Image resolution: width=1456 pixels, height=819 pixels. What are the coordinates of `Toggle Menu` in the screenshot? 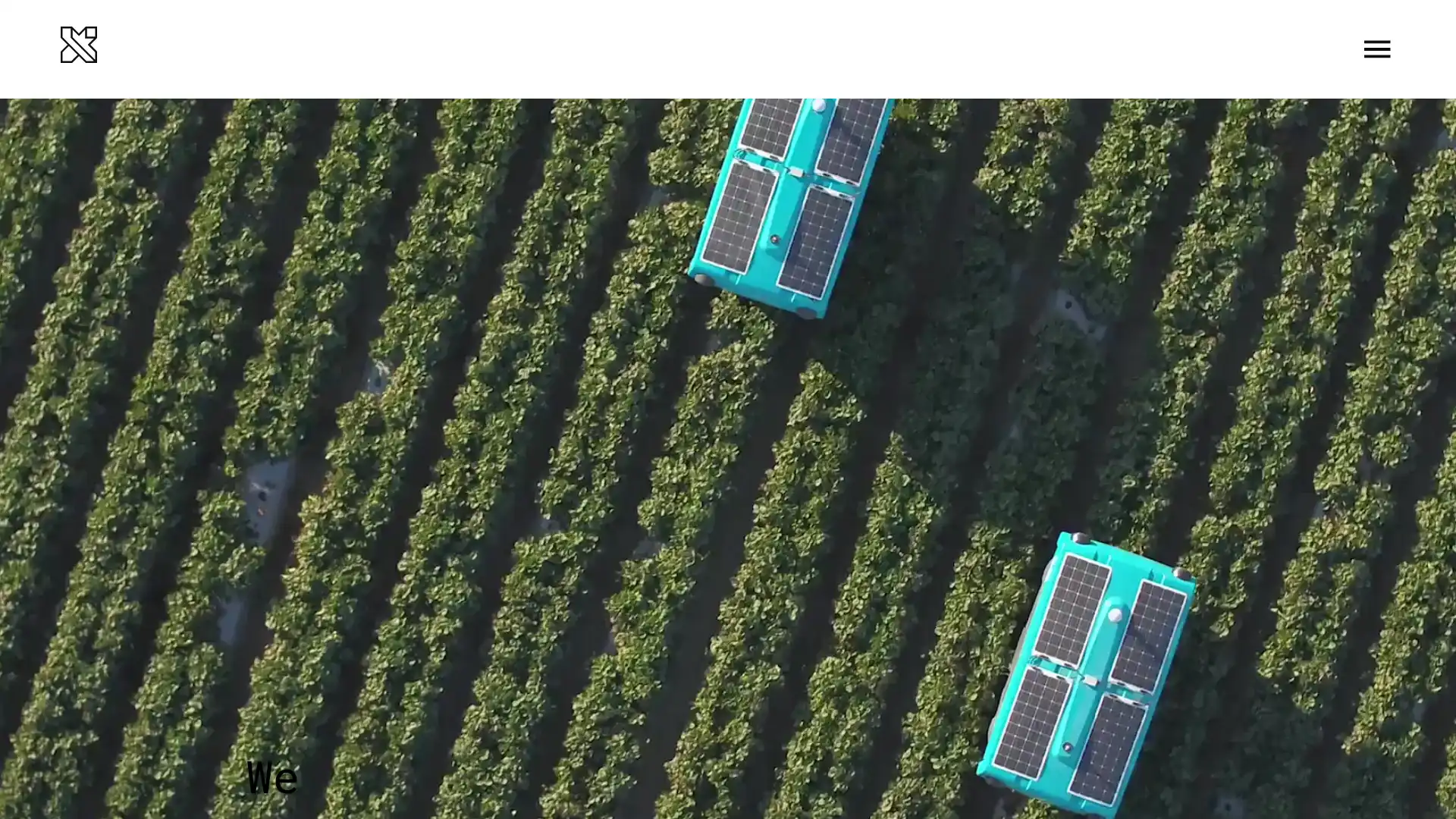 It's located at (1376, 49).